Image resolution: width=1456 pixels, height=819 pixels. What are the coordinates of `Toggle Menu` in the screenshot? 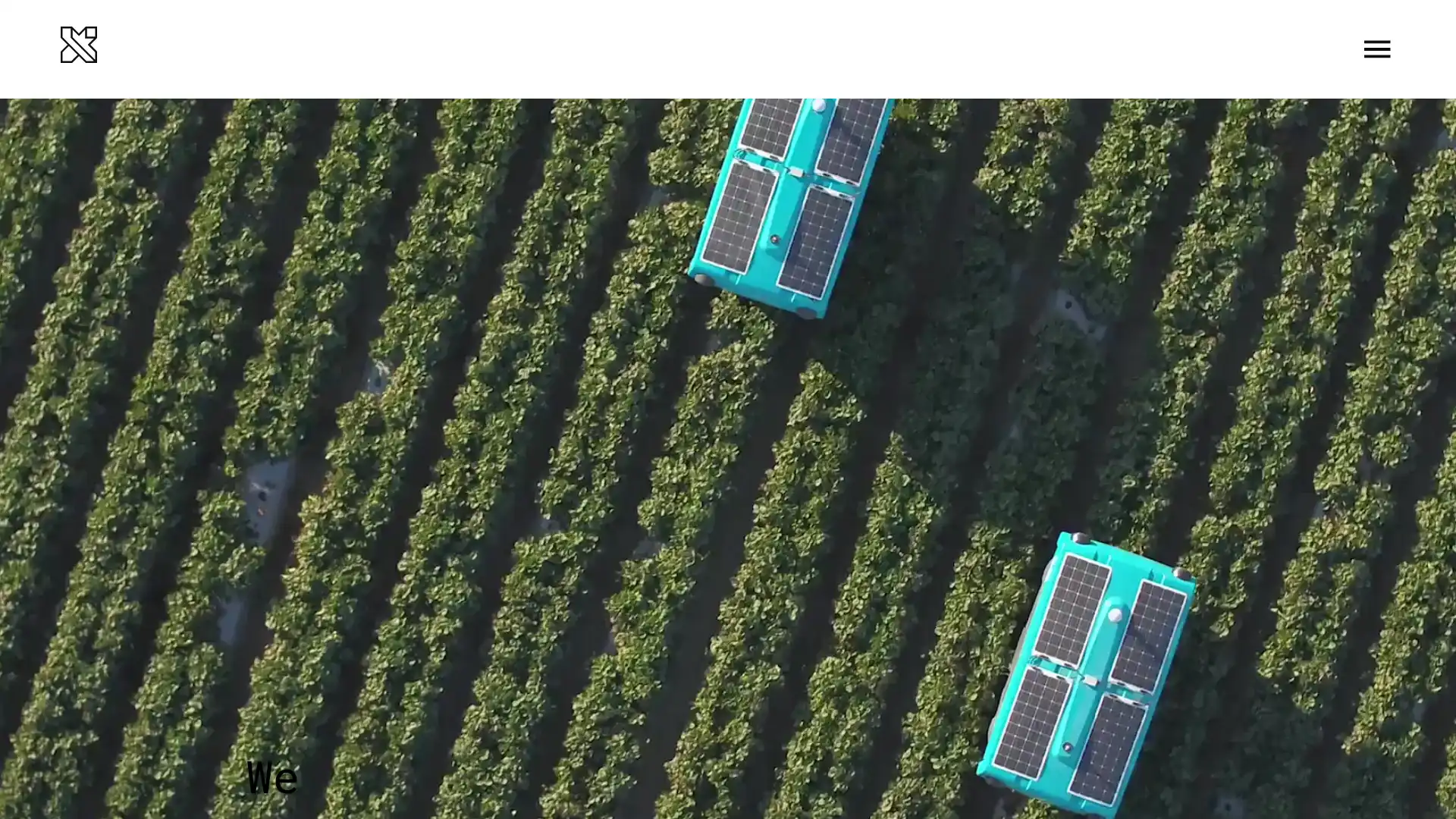 It's located at (1376, 49).